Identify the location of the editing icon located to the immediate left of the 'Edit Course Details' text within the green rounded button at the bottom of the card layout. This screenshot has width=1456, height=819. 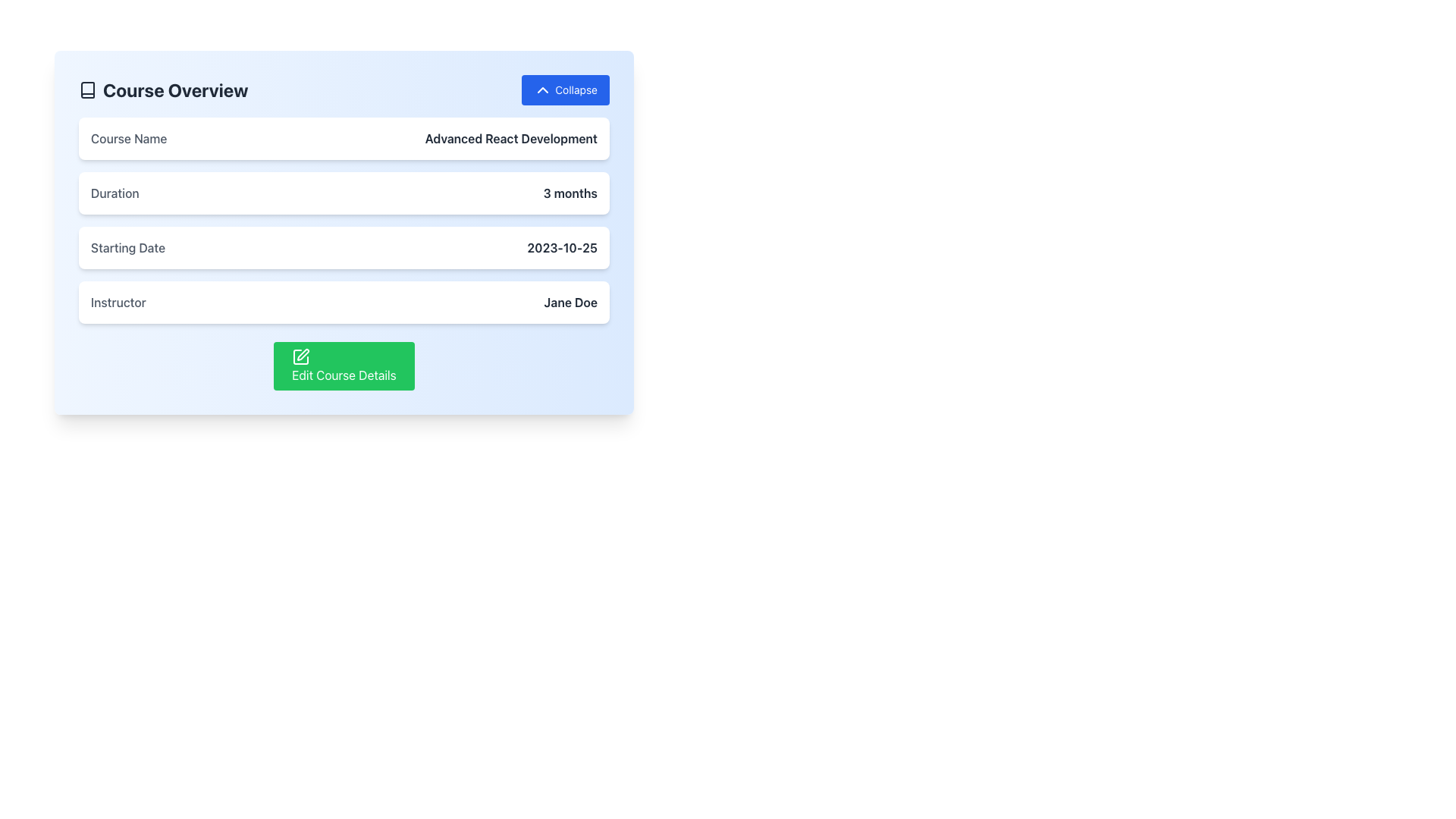
(301, 356).